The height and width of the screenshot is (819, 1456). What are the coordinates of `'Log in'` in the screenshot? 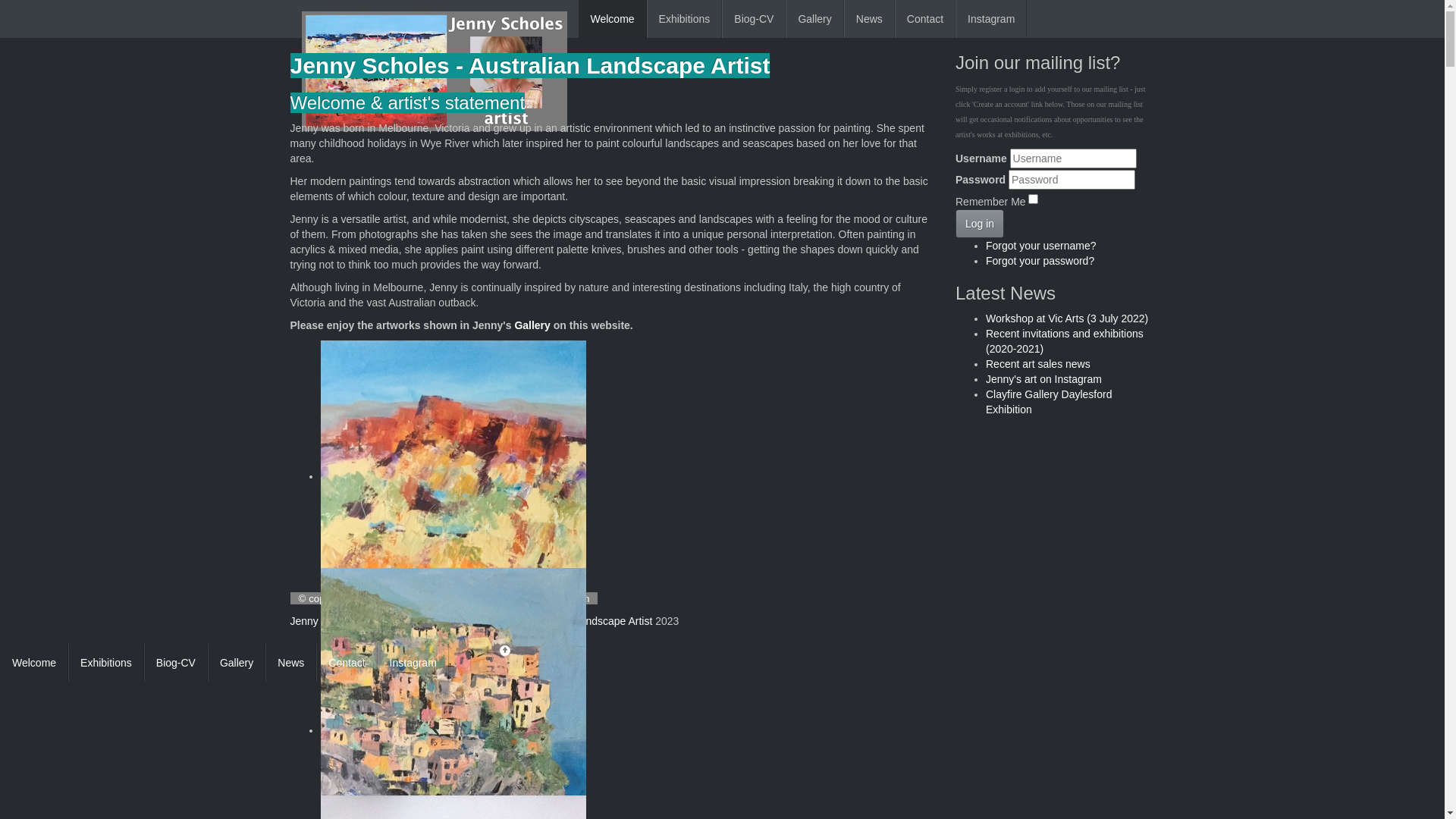 It's located at (979, 223).